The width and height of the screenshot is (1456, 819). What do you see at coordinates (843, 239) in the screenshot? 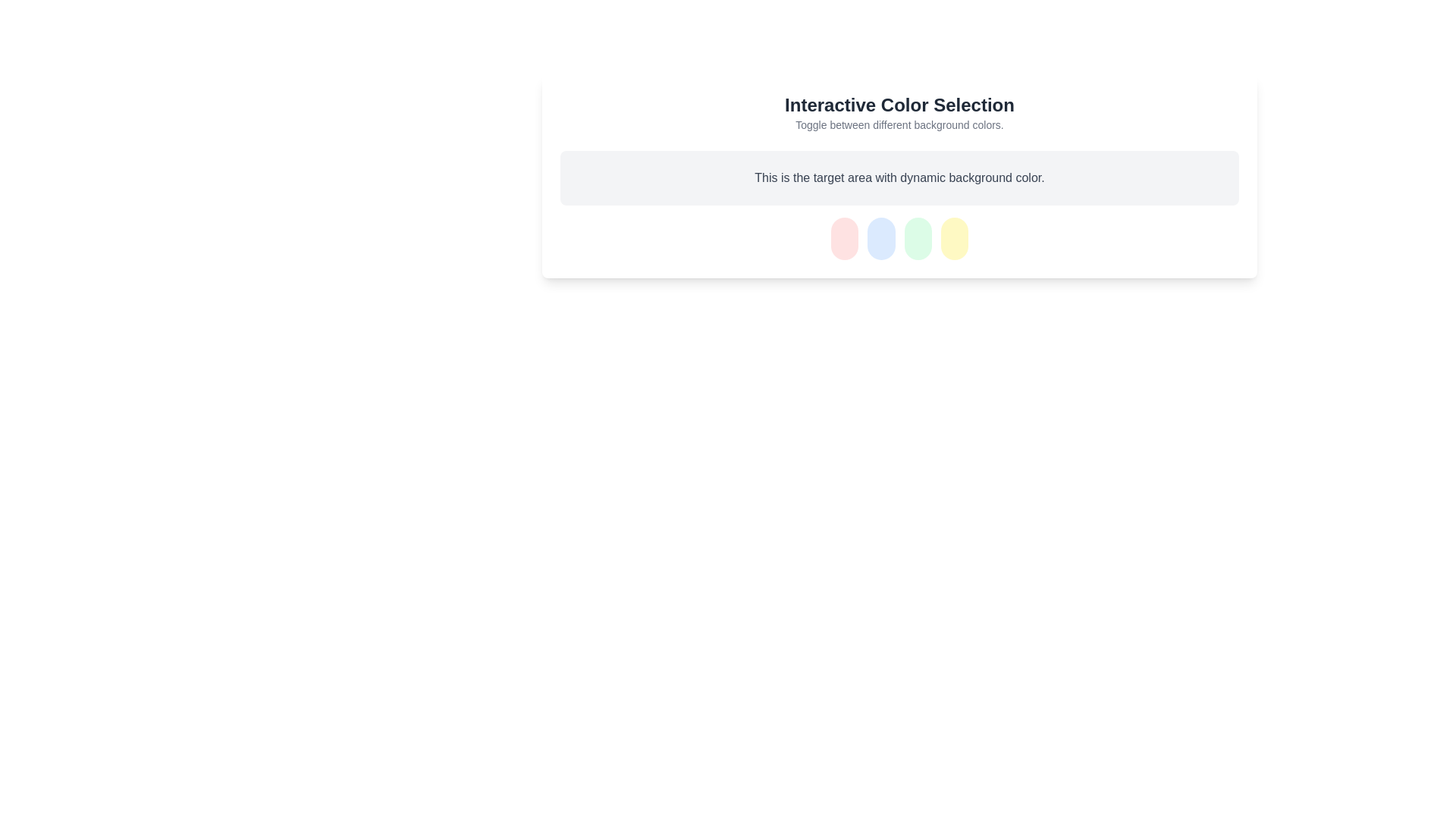
I see `the first button at the bottom section of the interface` at bounding box center [843, 239].